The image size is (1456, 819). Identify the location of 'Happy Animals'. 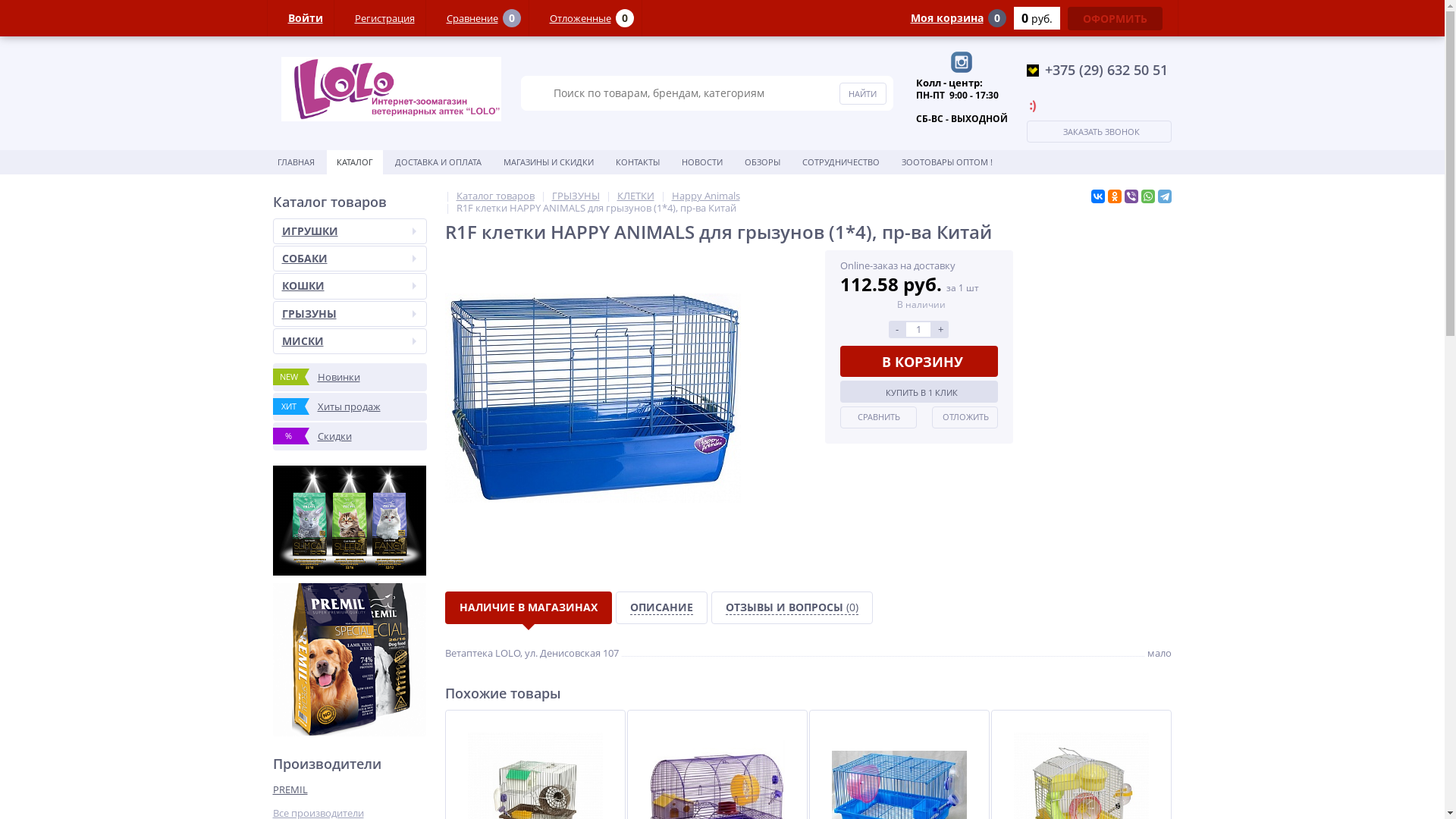
(705, 195).